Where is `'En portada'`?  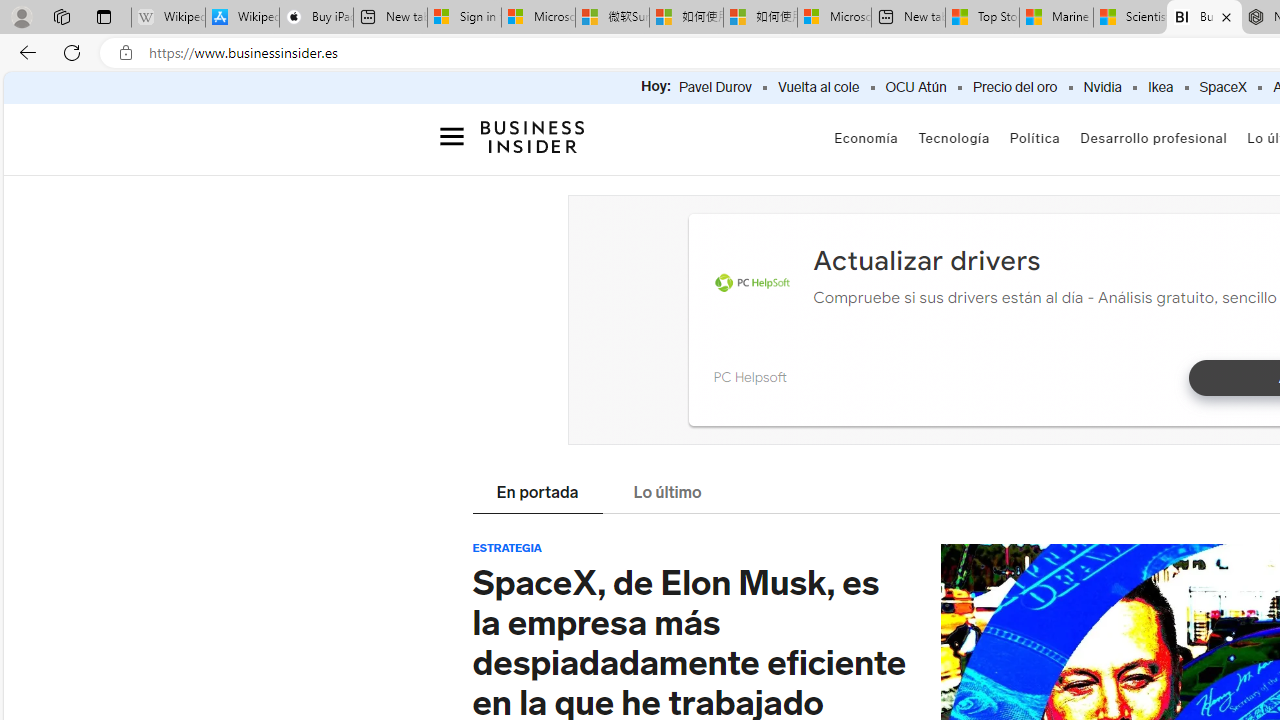
'En portada' is located at coordinates (537, 494).